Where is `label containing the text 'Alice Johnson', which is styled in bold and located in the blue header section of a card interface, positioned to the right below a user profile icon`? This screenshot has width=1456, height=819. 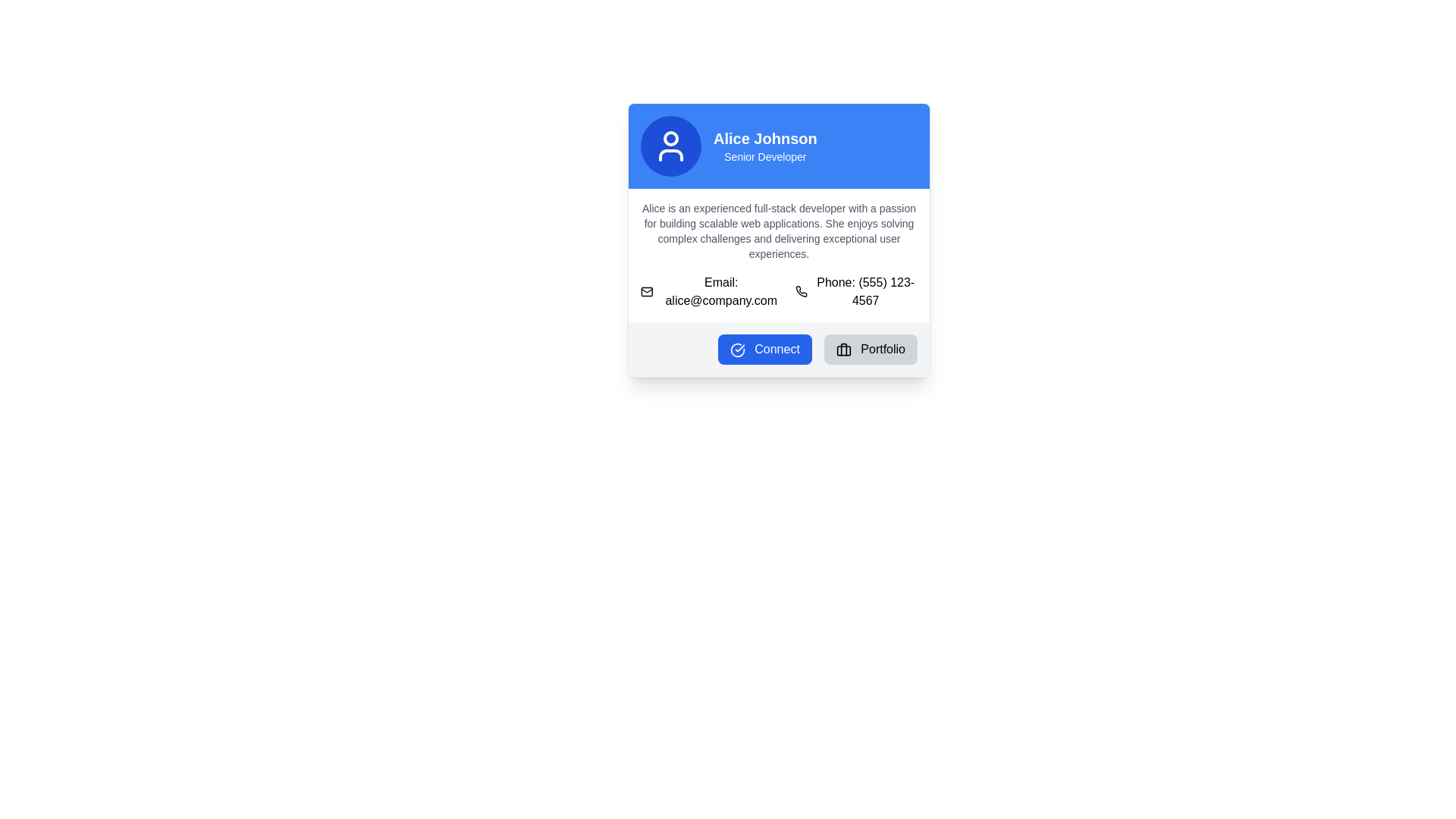 label containing the text 'Alice Johnson', which is styled in bold and located in the blue header section of a card interface, positioned to the right below a user profile icon is located at coordinates (765, 138).